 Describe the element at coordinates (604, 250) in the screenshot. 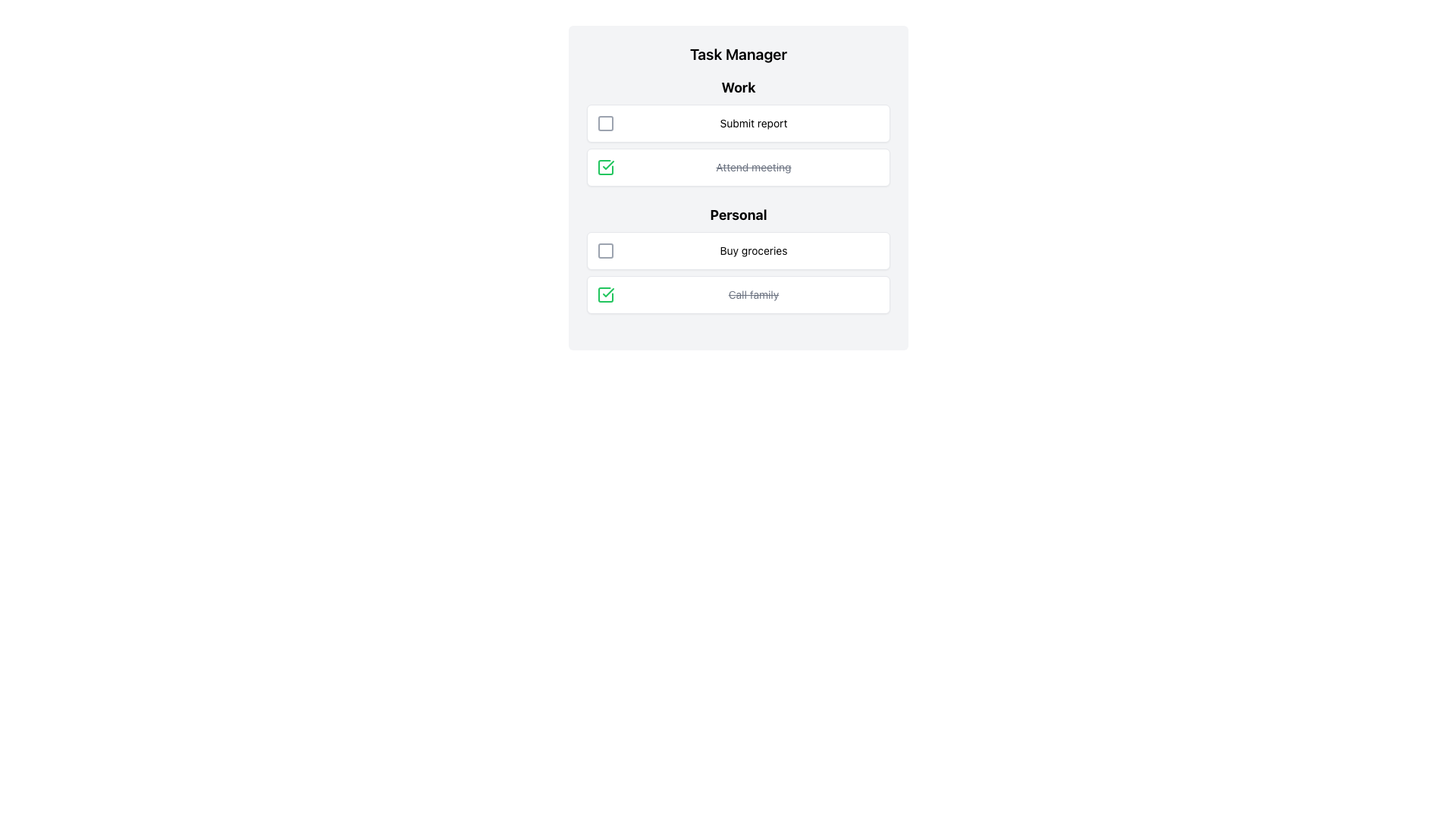

I see `the checkbox located in the 'Personal' section to the left of the 'Buy groceries' text, which is the first item in the list of tasks` at that location.